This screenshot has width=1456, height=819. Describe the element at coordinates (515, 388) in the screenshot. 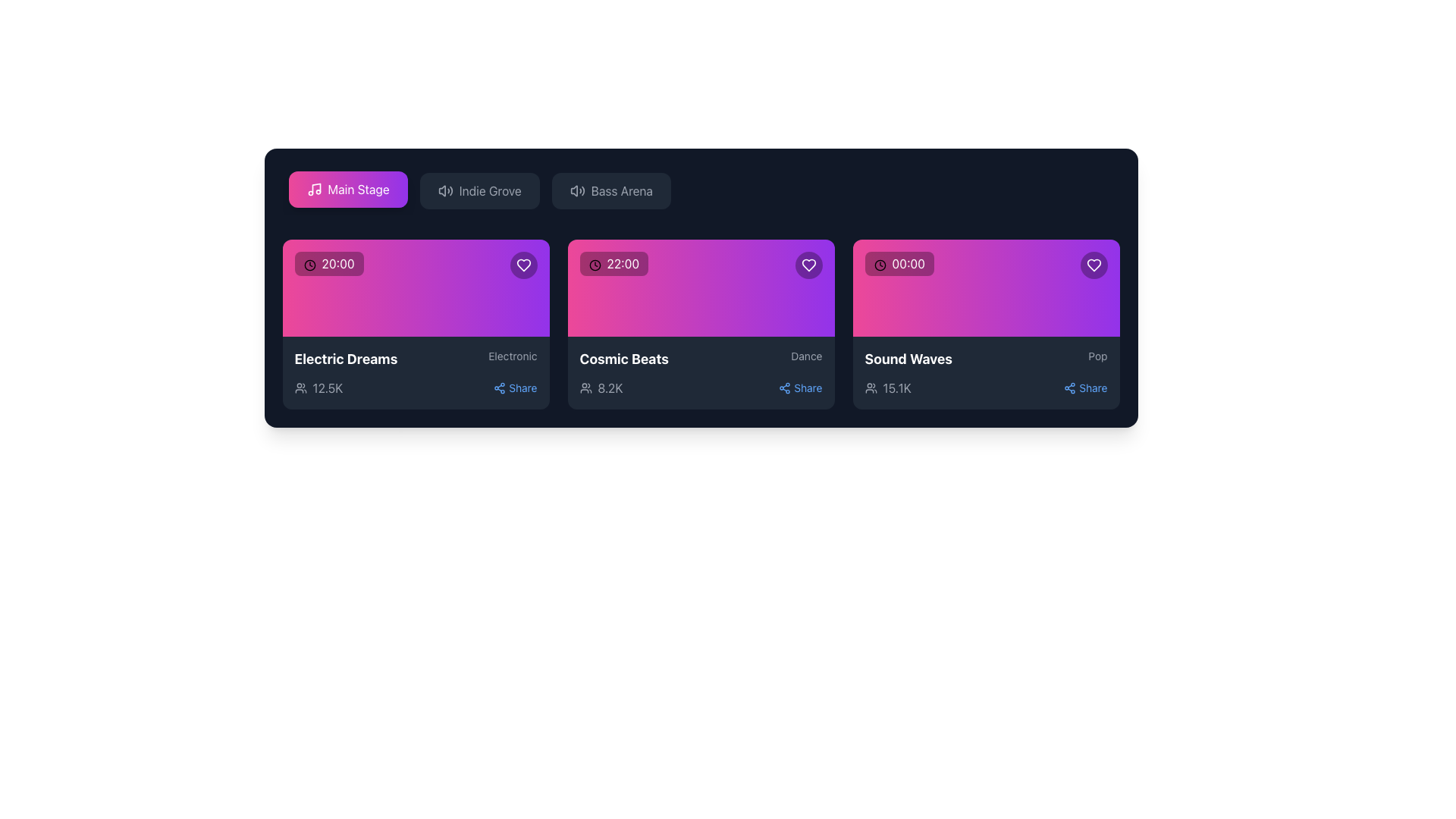

I see `the share button located at the bottom-right of the card for the event 'Electric Dreams' to initiate the sharing process` at that location.